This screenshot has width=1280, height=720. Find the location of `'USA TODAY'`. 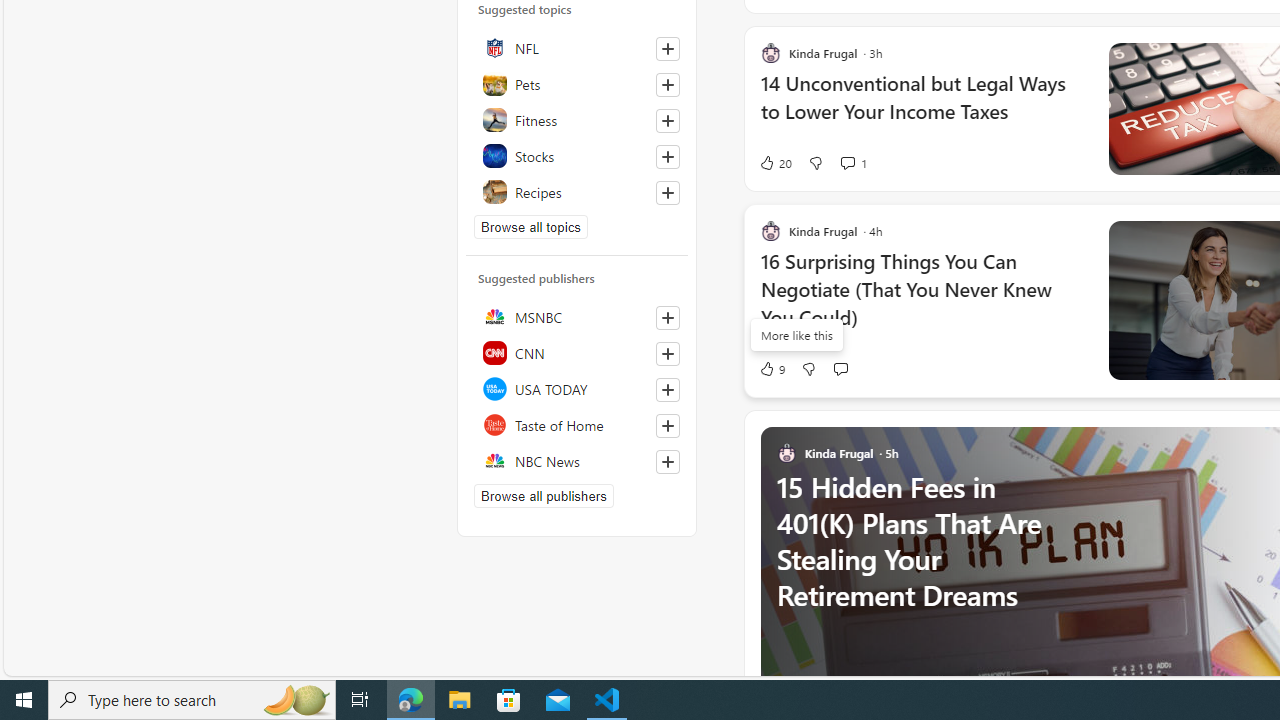

'USA TODAY' is located at coordinates (576, 389).